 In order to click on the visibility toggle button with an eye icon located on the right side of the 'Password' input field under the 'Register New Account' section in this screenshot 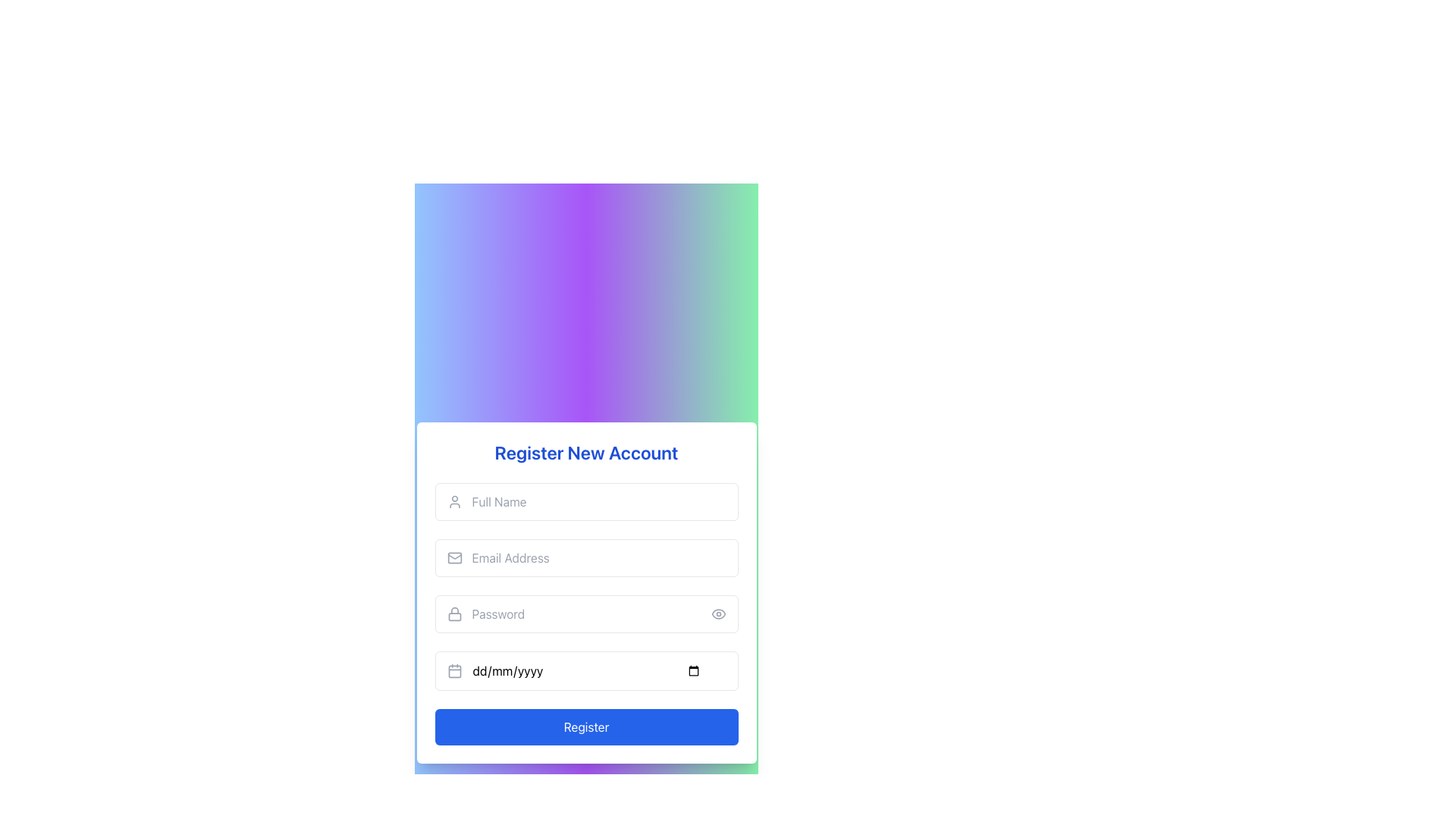, I will do `click(717, 614)`.